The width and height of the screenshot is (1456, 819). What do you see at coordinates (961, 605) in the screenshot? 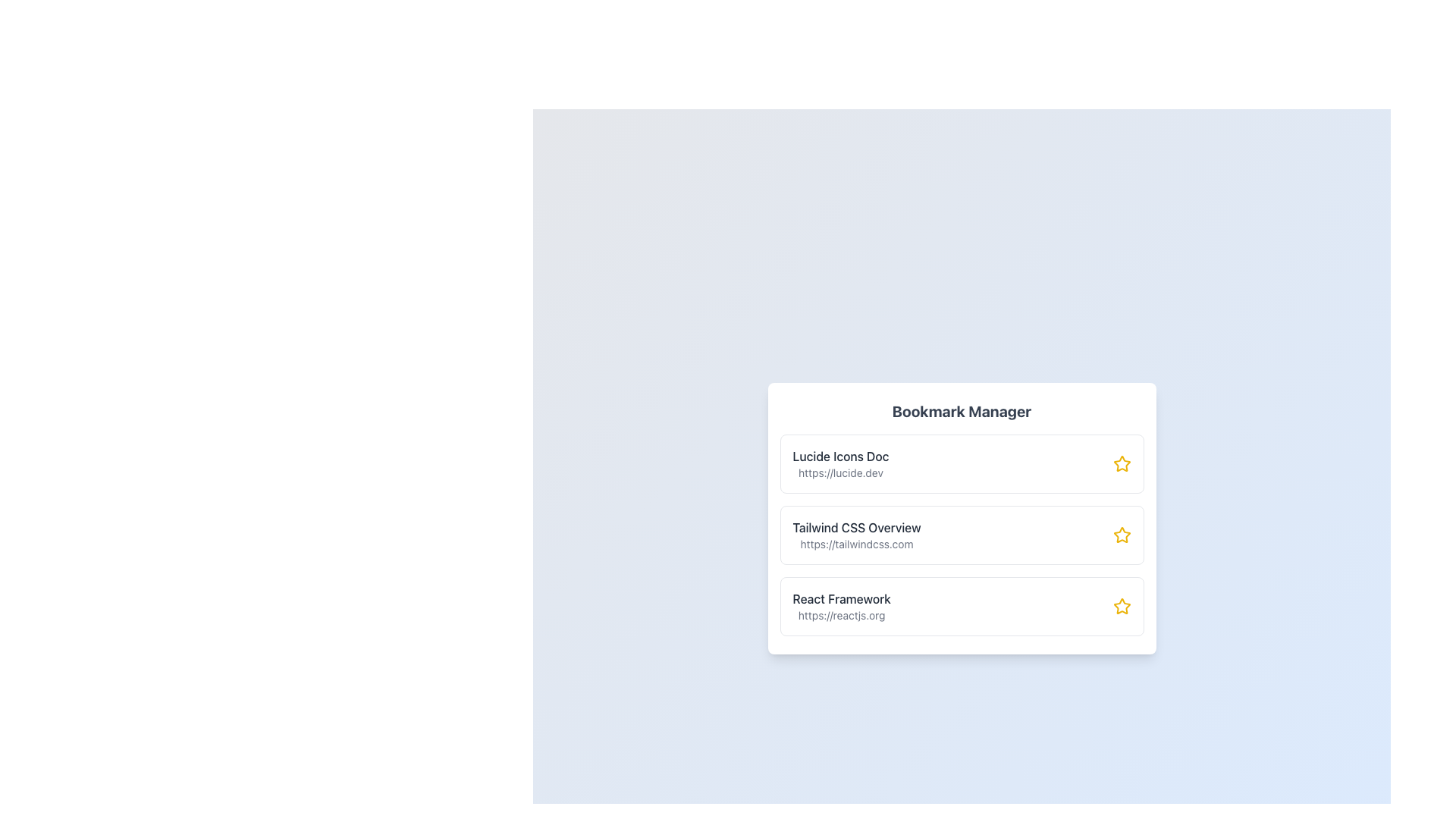
I see `on the third bookmarked item in the 'Bookmark Manager' that represents a React Framework resource` at bounding box center [961, 605].